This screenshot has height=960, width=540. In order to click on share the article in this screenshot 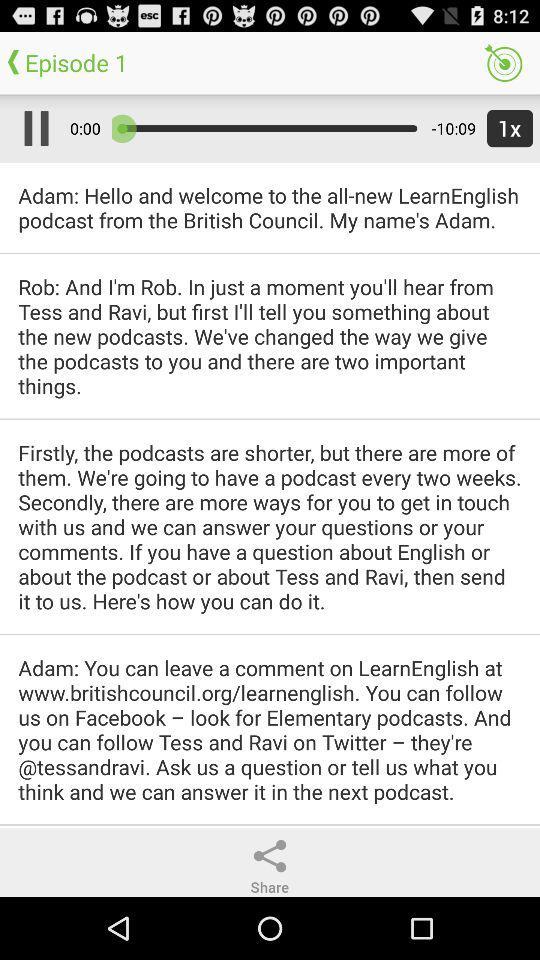, I will do `click(270, 855)`.